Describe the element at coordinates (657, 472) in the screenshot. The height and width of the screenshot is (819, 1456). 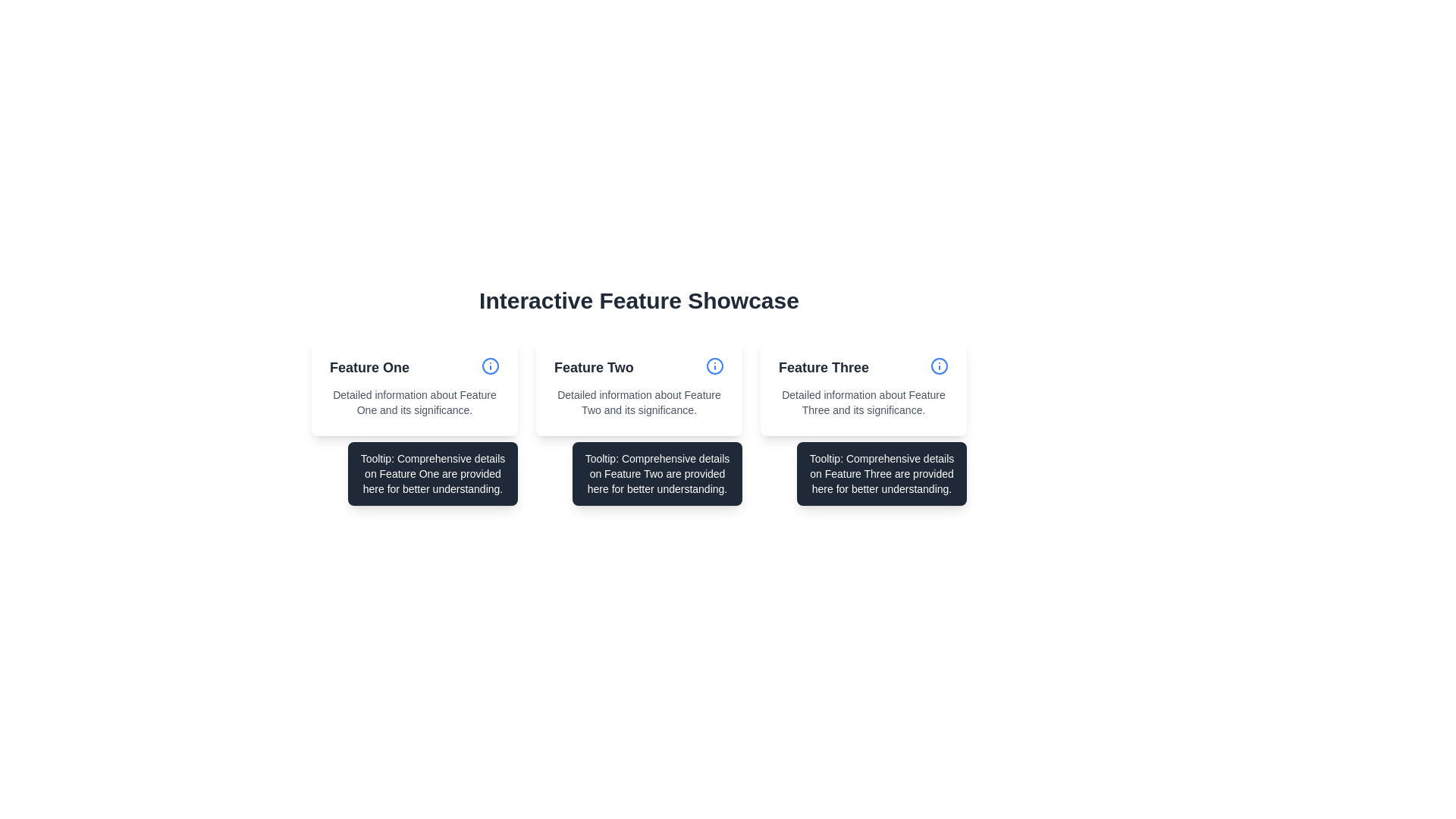
I see `the tooltip with a dark gray background and white text that provides comprehensive details on Feature Two, positioned below the 'Feature Two' section` at that location.